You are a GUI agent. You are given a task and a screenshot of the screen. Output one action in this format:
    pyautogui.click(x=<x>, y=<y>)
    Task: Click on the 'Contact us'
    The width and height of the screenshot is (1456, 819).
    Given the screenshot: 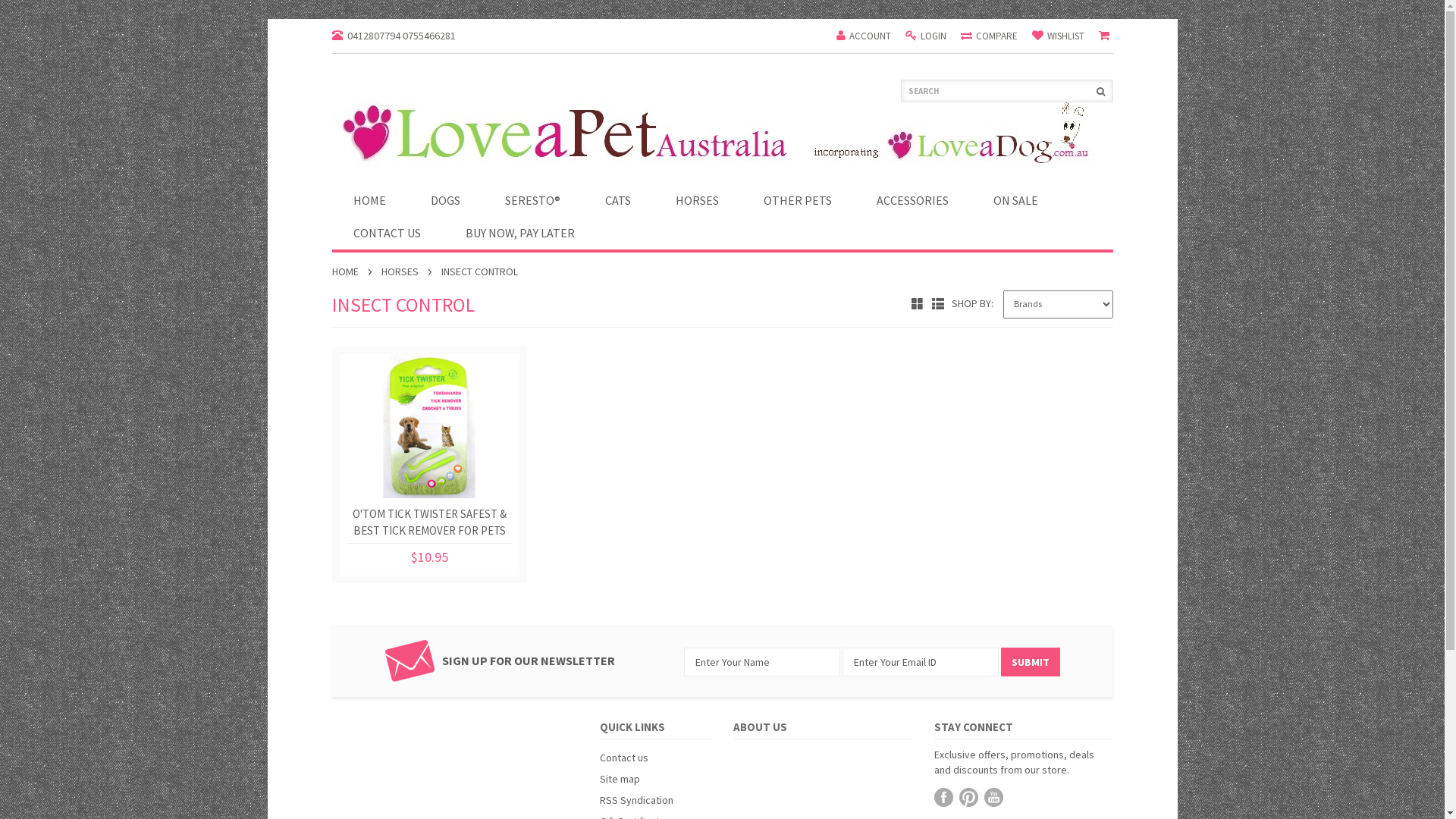 What is the action you would take?
    pyautogui.click(x=623, y=758)
    